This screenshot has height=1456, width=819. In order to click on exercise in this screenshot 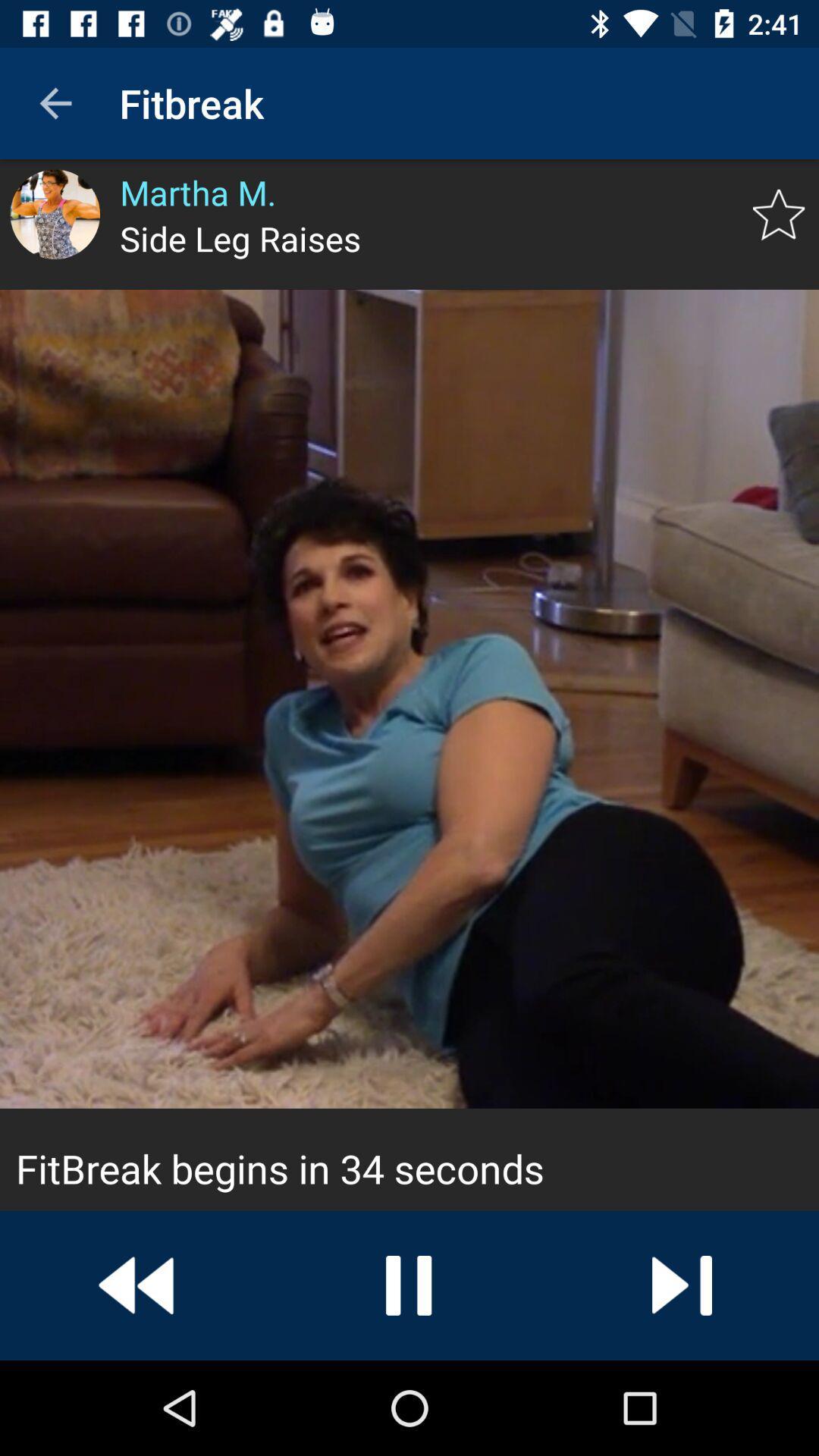, I will do `click(779, 214)`.